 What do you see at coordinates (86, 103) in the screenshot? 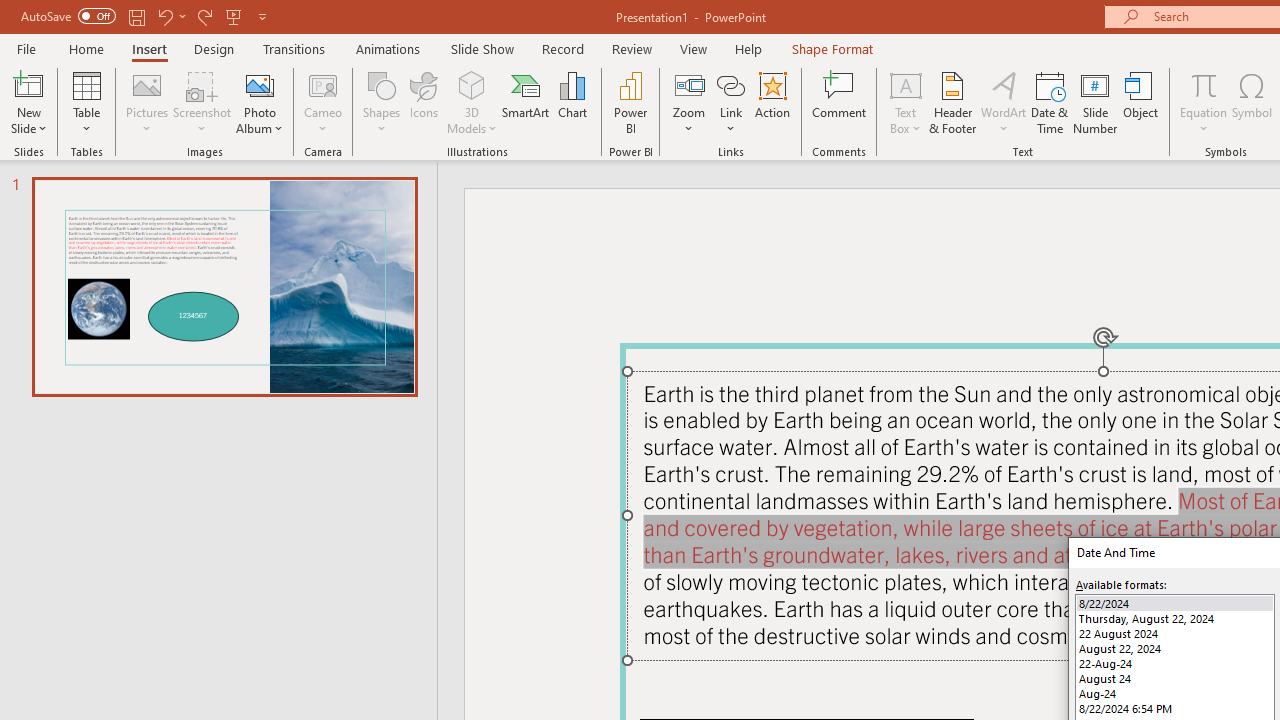
I see `'Table'` at bounding box center [86, 103].